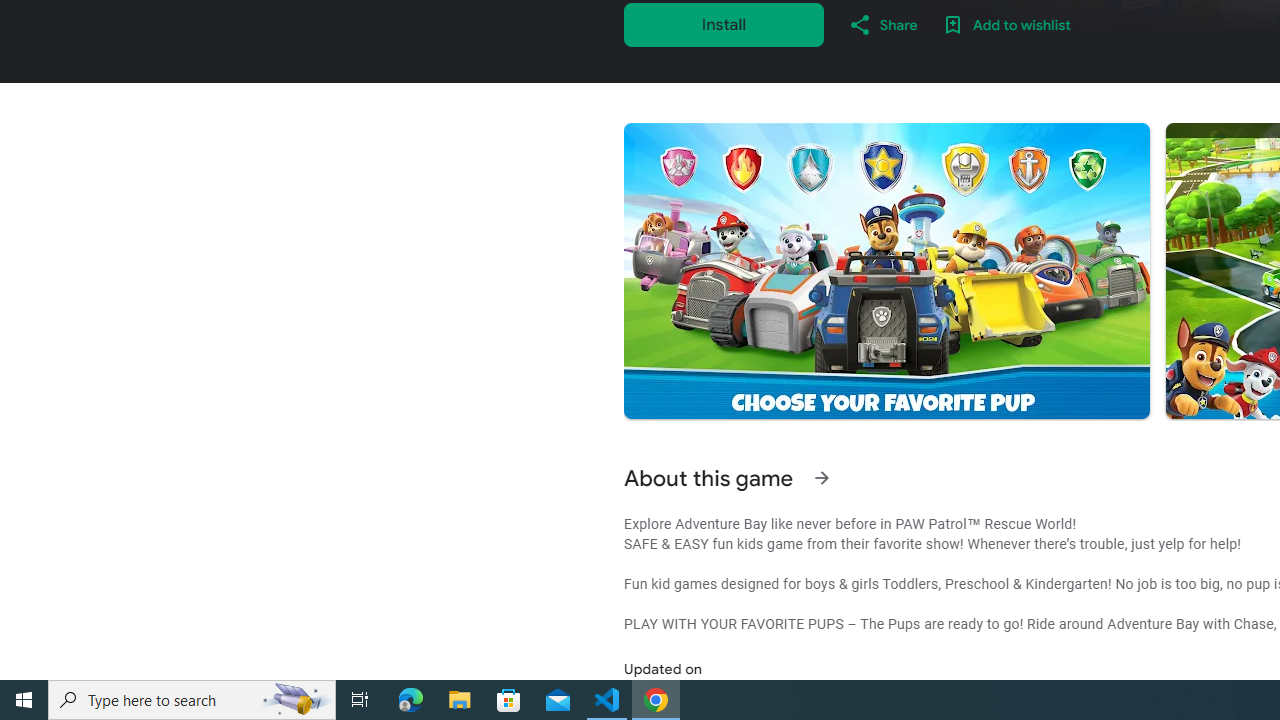  I want to click on 'See more information on About this game', so click(821, 478).